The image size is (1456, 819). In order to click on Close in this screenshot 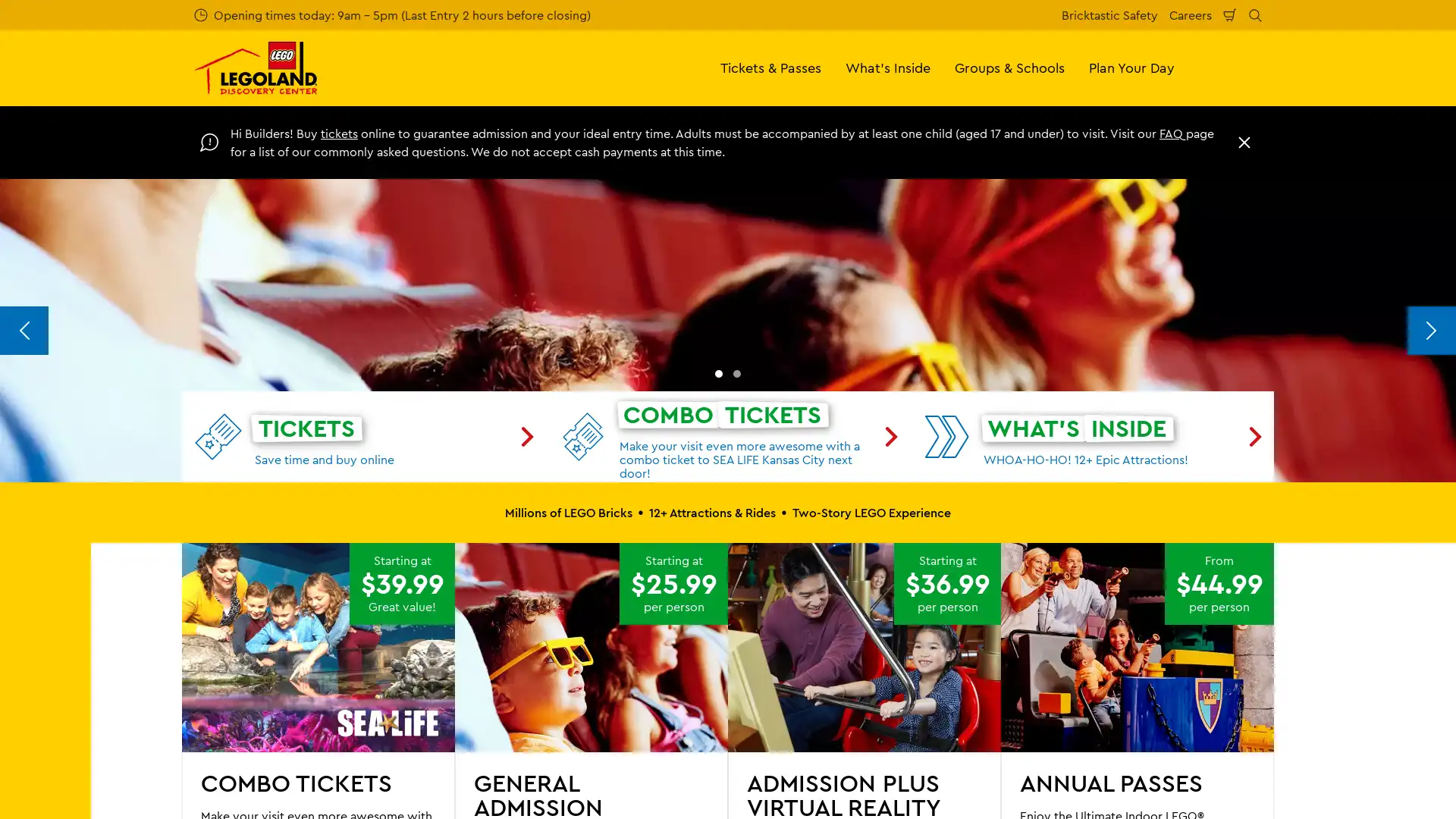, I will do `click(1244, 143)`.